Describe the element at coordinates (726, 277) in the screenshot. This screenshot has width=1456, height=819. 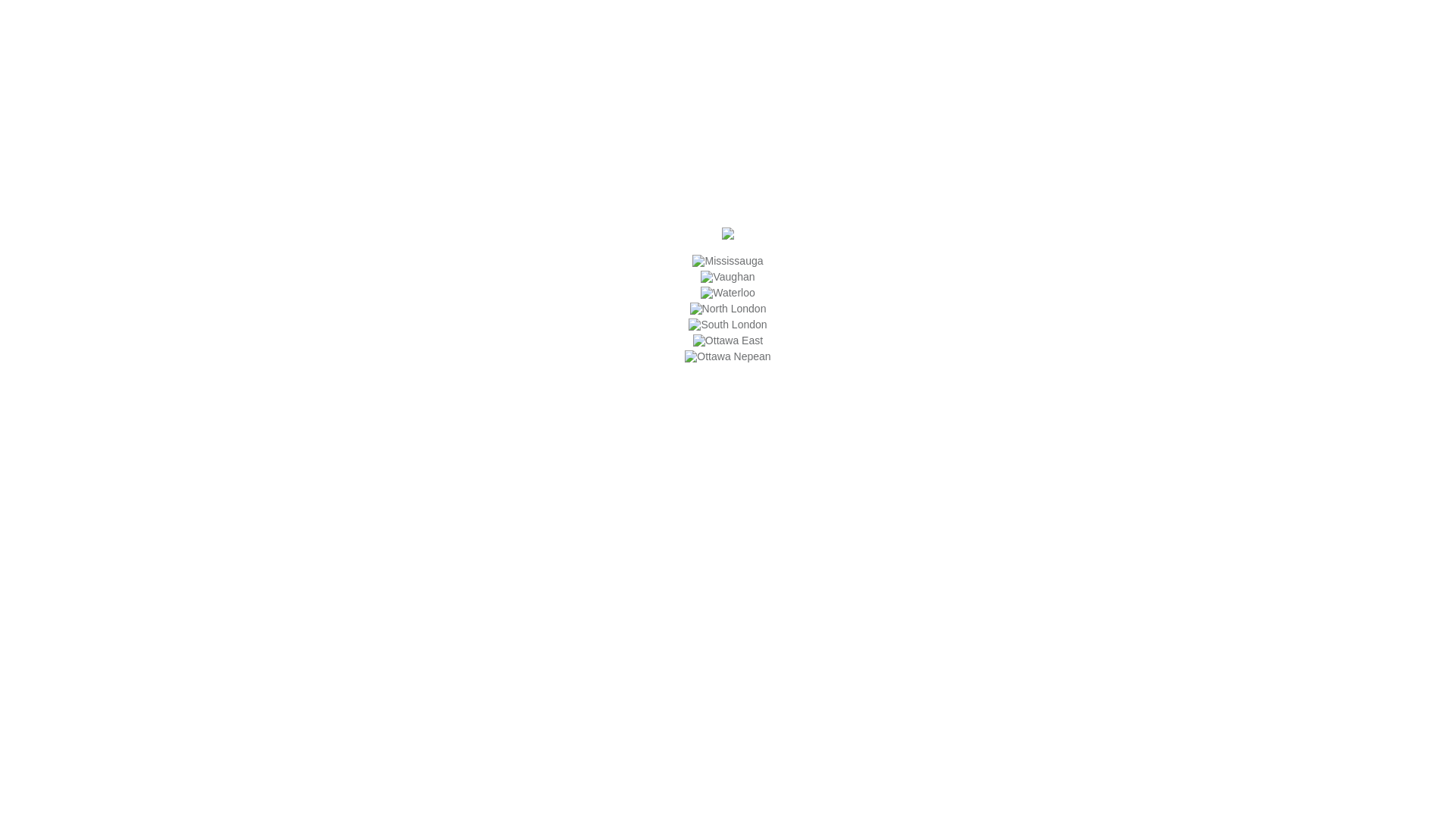
I see `'Vaughan'` at that location.